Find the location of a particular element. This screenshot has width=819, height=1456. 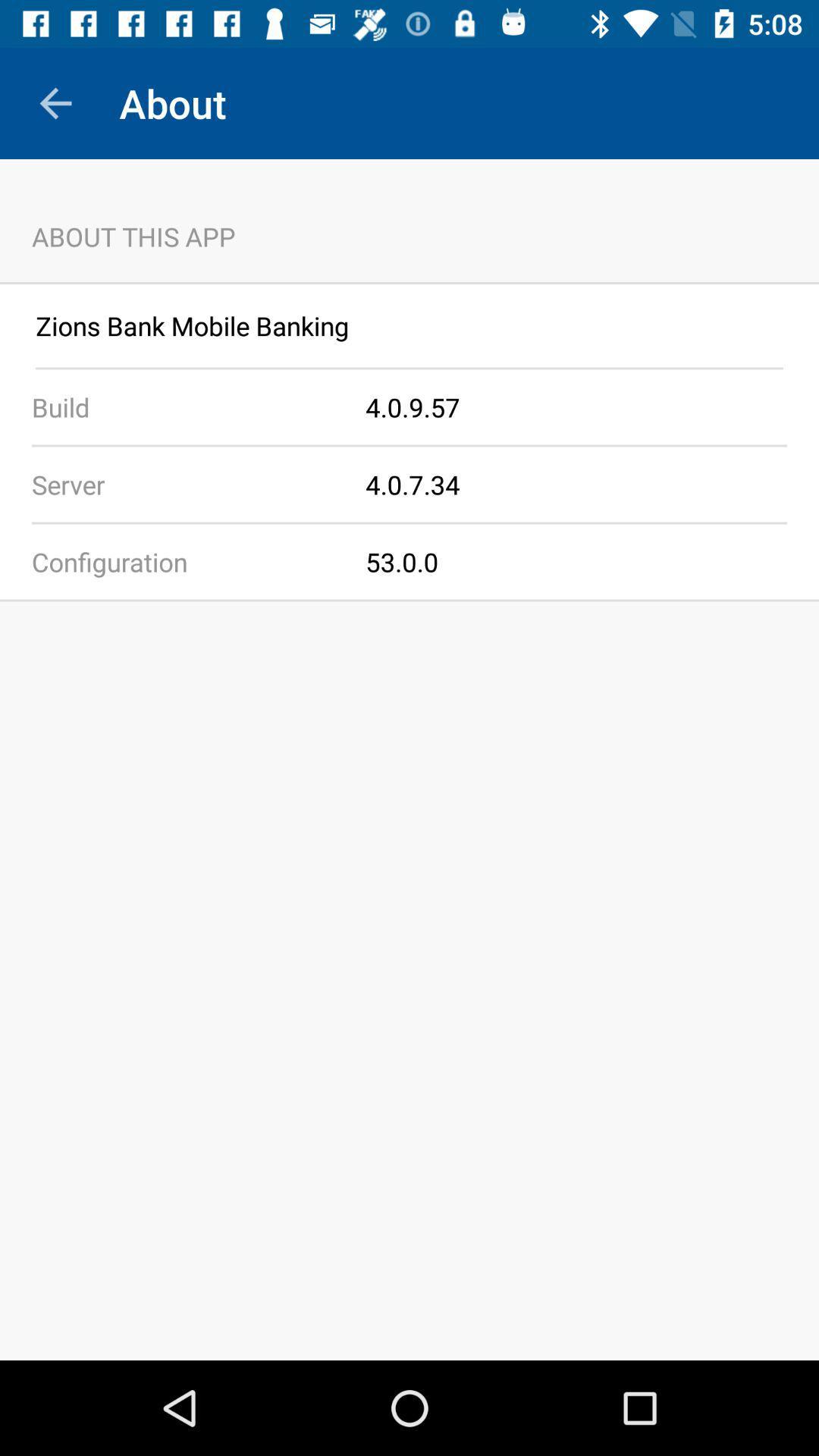

app above about this app is located at coordinates (55, 102).